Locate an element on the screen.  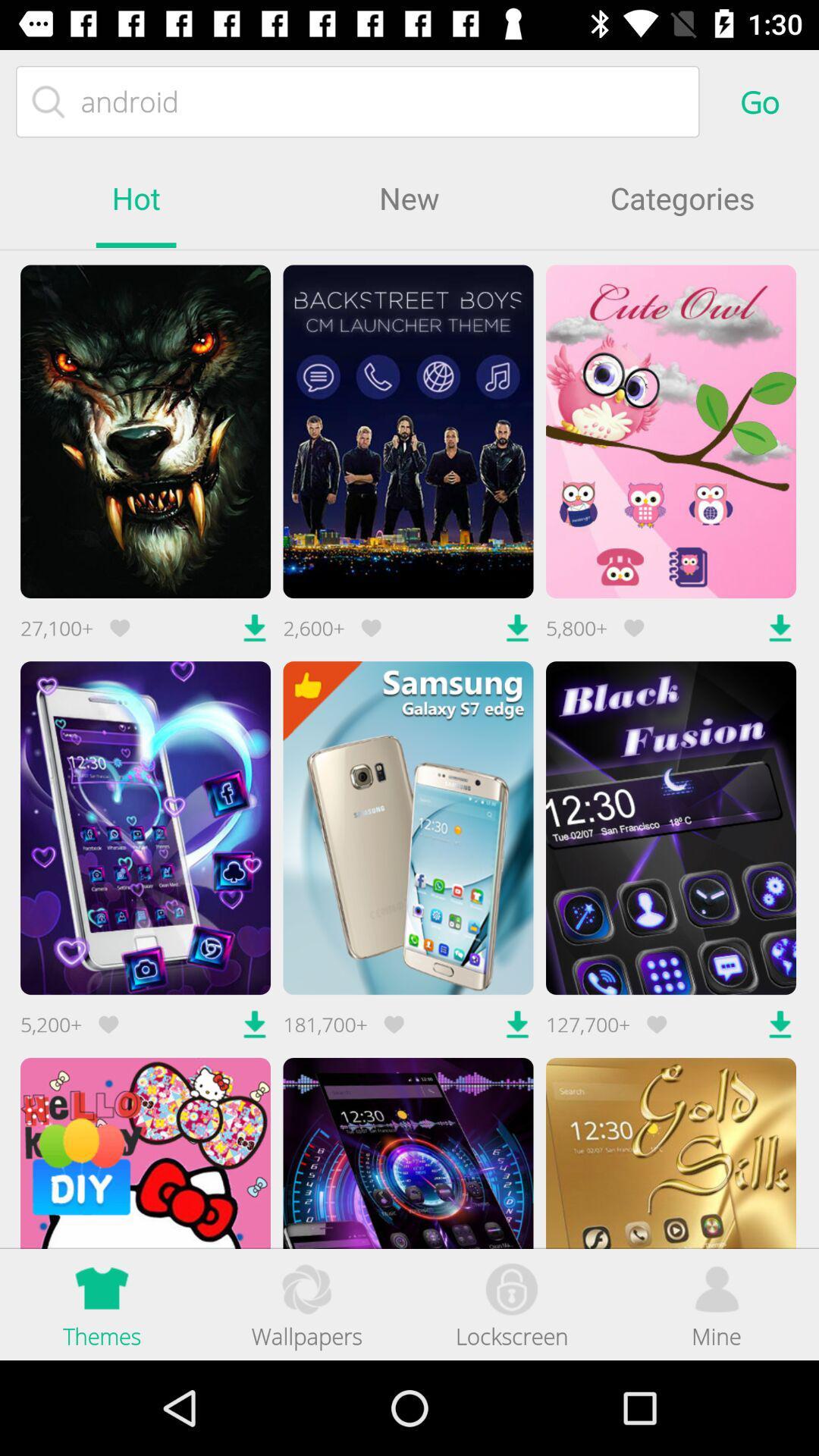
the search icon is located at coordinates (48, 101).